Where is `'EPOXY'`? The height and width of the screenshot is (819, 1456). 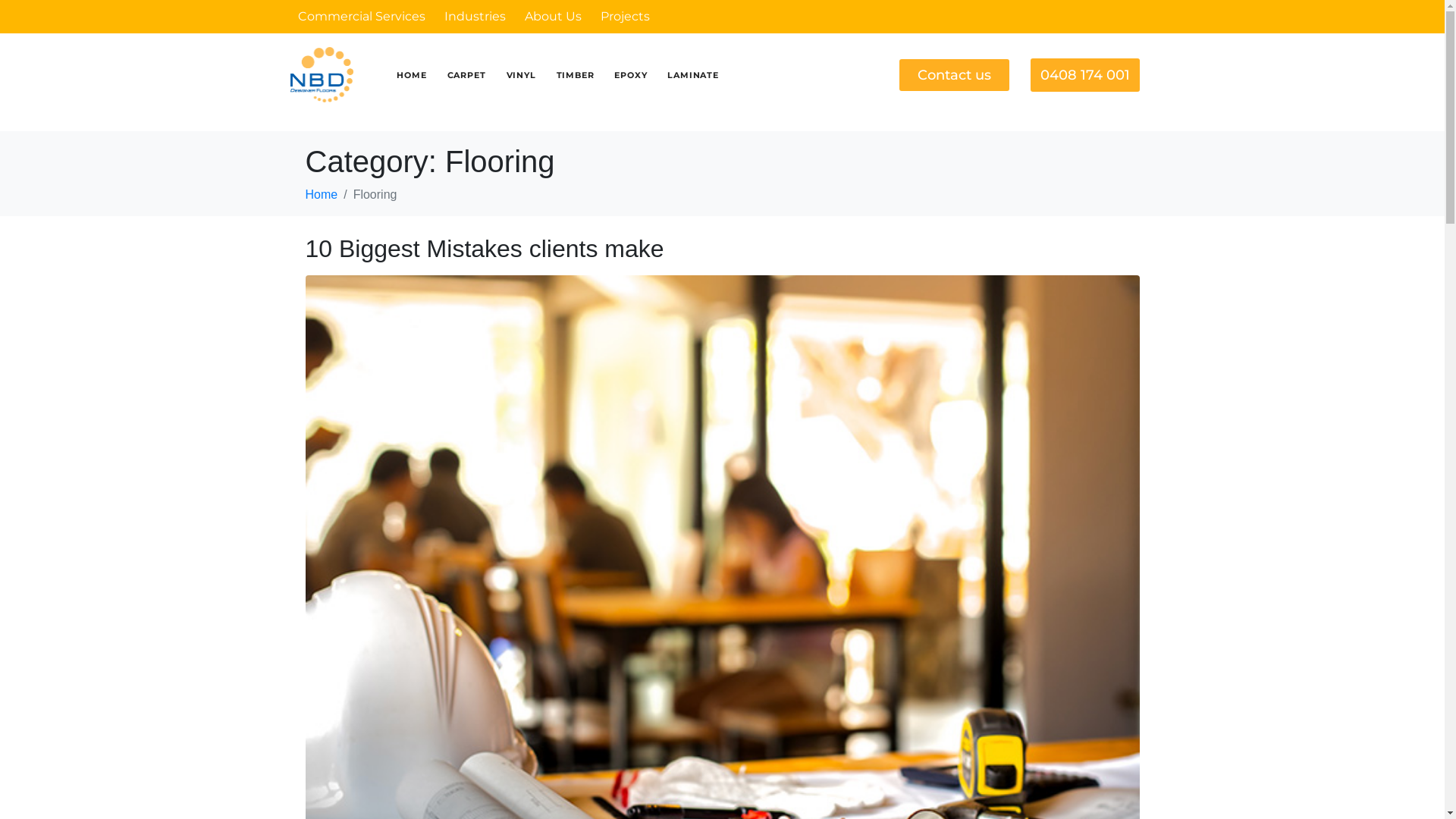
'EPOXY' is located at coordinates (630, 75).